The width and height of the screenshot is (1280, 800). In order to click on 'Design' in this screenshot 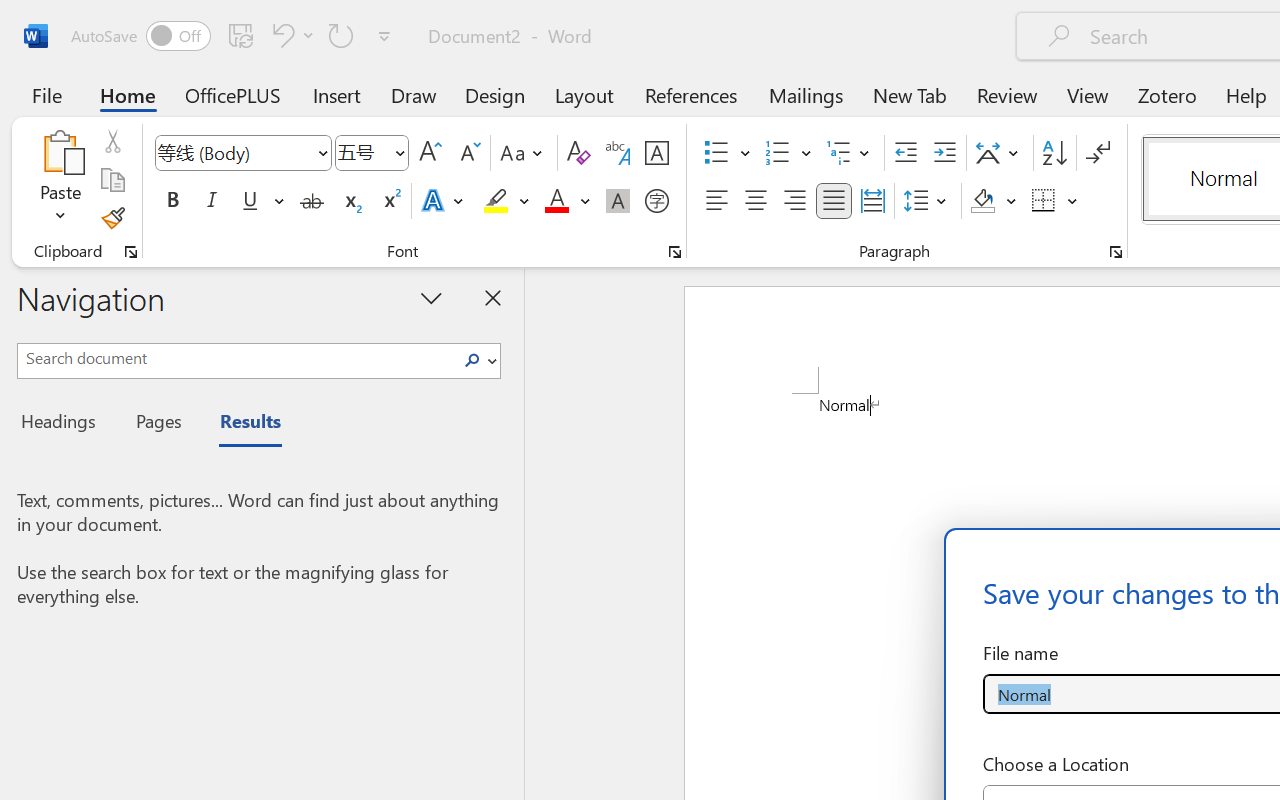, I will do `click(495, 94)`.